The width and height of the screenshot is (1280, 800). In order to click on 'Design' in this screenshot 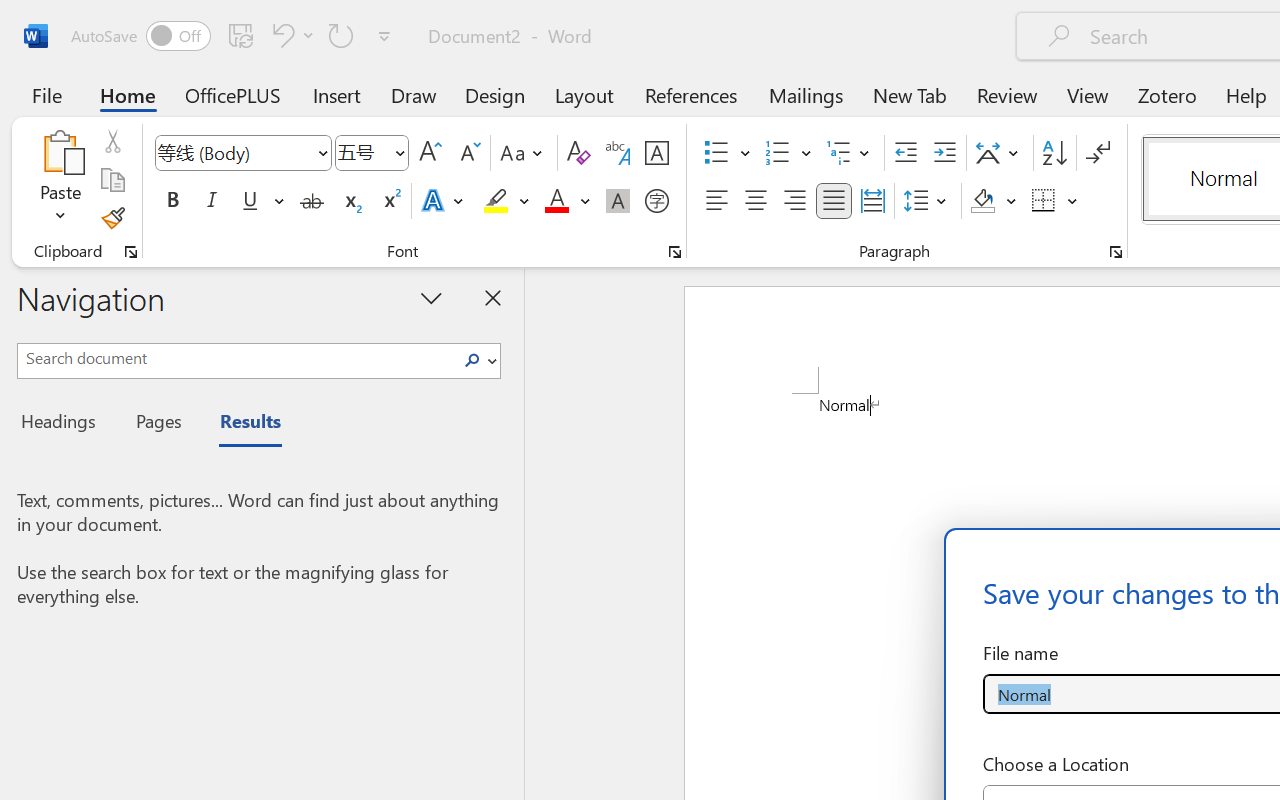, I will do `click(495, 94)`.